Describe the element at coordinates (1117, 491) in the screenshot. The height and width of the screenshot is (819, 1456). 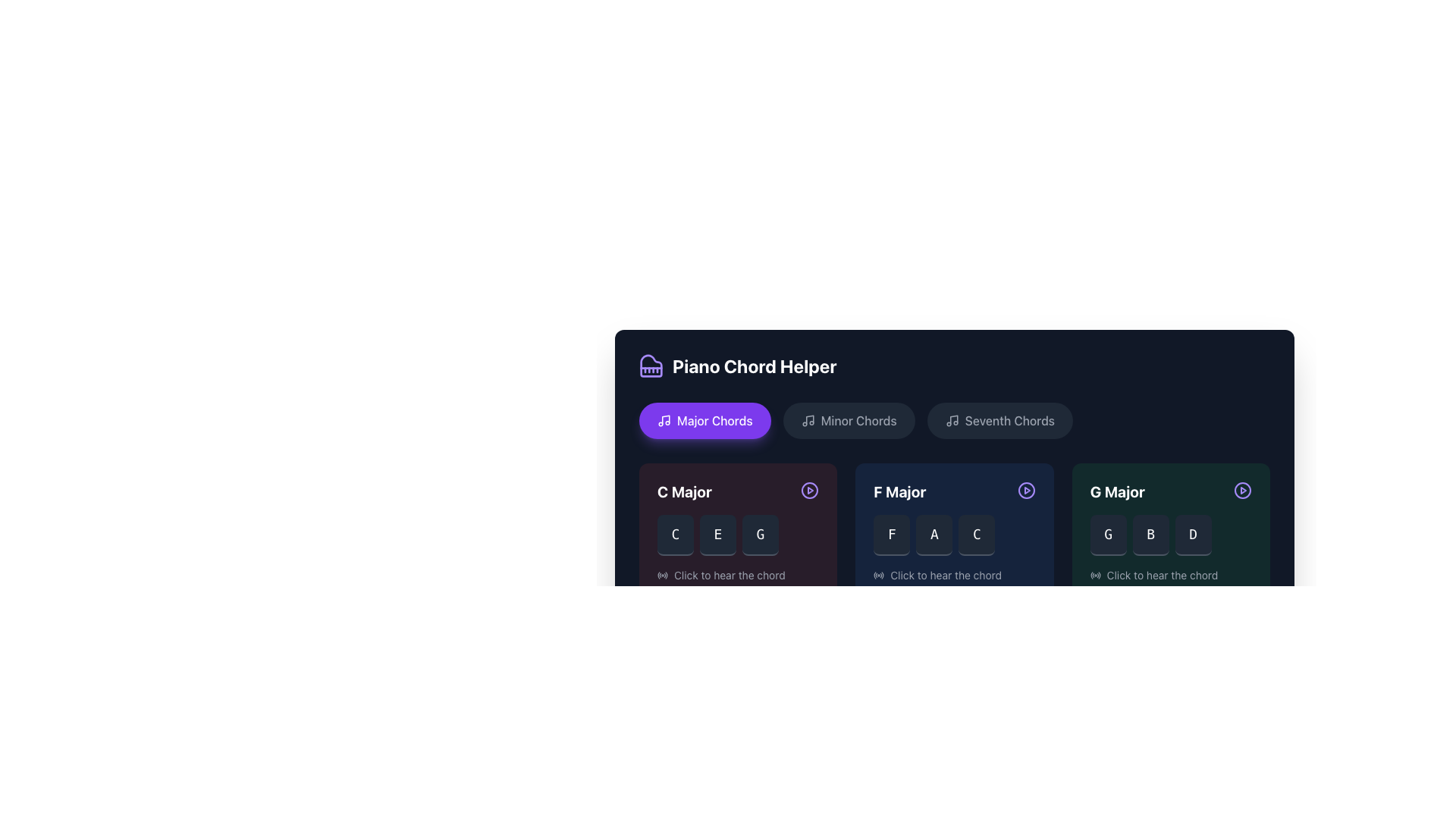
I see `the text label displaying 'G Major' in bold white font, located in the top-left corner of the G Major card` at that location.